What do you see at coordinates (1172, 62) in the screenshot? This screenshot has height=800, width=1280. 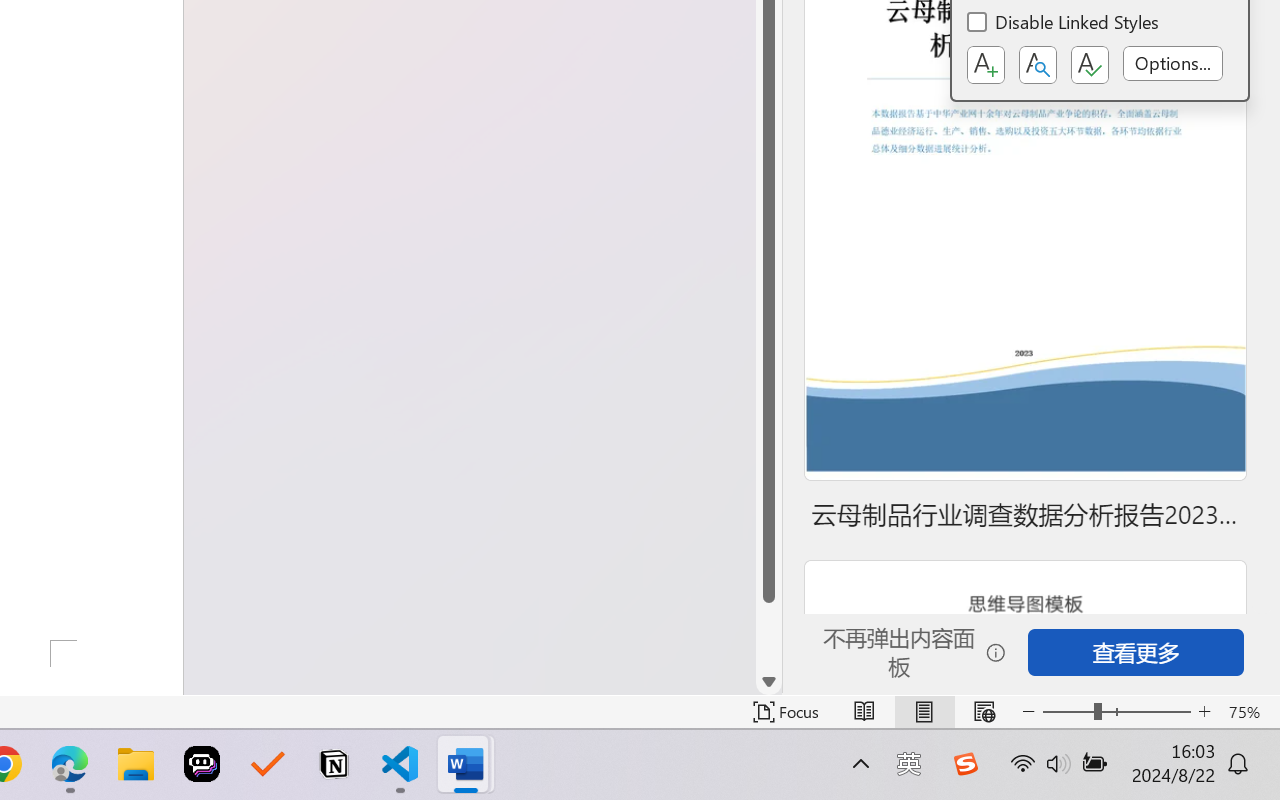 I see `'Options...'` at bounding box center [1172, 62].